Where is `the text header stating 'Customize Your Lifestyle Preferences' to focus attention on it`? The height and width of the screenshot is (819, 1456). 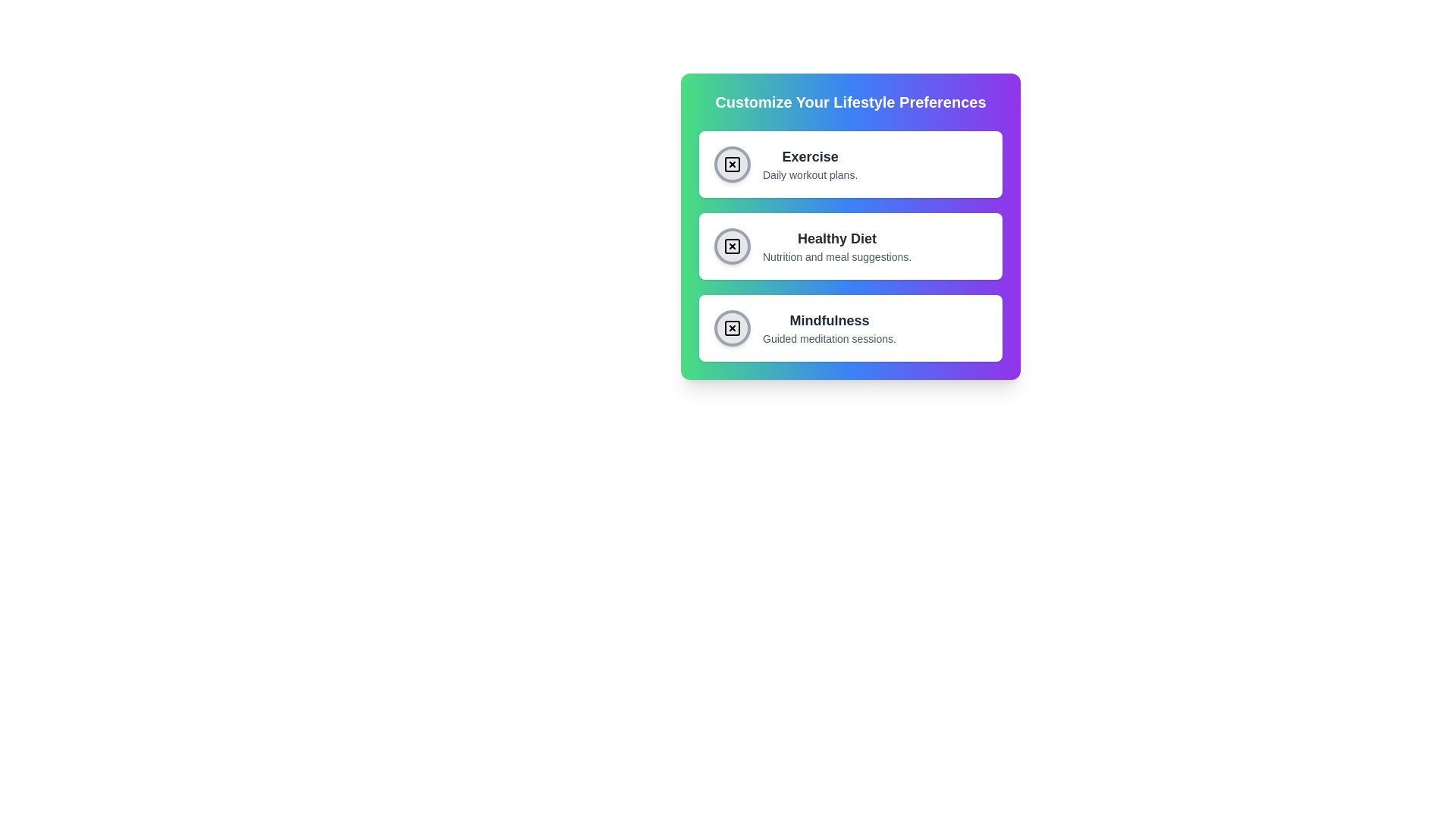 the text header stating 'Customize Your Lifestyle Preferences' to focus attention on it is located at coordinates (851, 102).